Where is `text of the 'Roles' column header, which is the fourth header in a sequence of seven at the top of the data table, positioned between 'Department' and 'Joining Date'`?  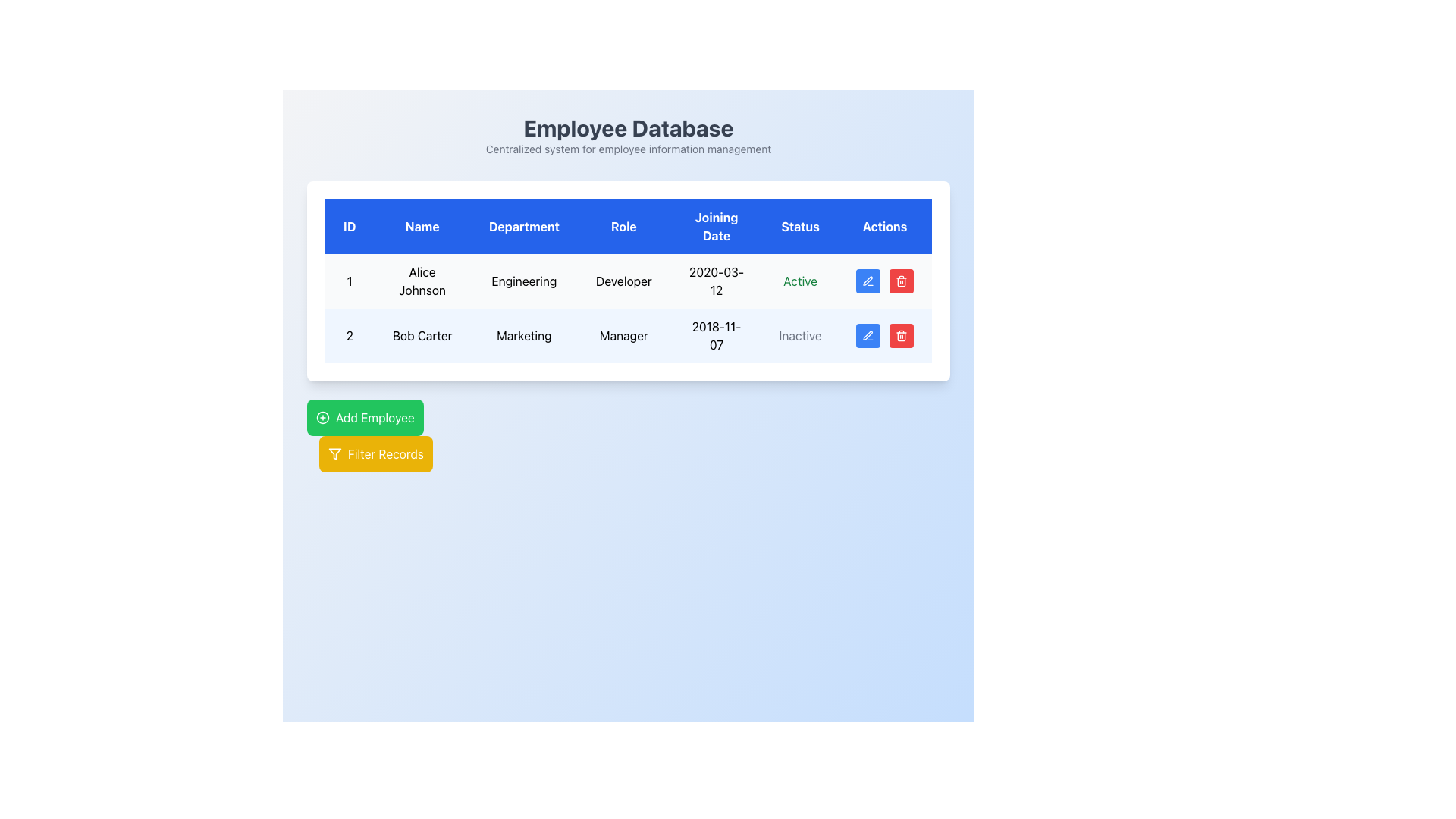 text of the 'Roles' column header, which is the fourth header in a sequence of seven at the top of the data table, positioned between 'Department' and 'Joining Date' is located at coordinates (623, 227).